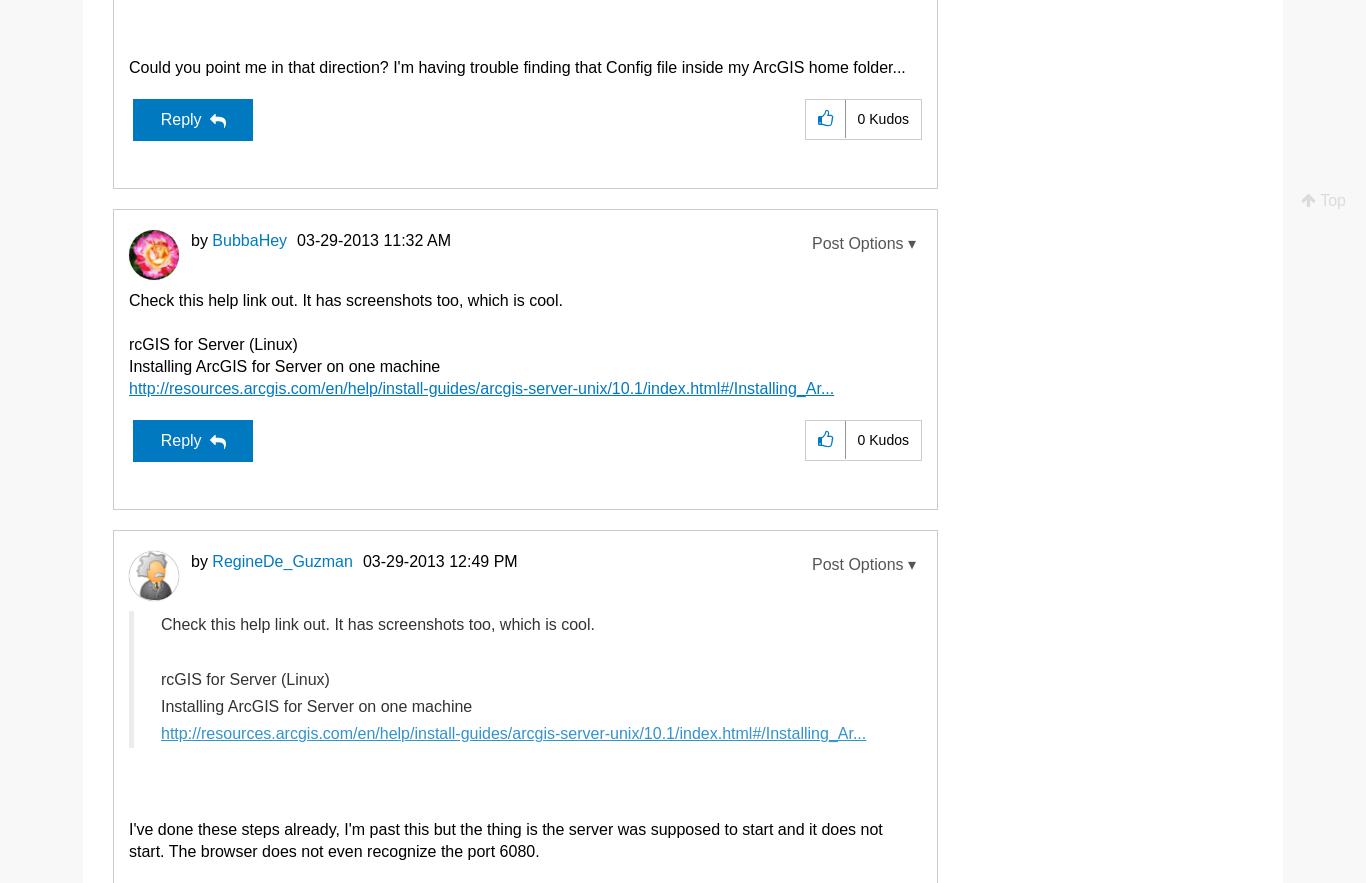 The height and width of the screenshot is (883, 1366). Describe the element at coordinates (483, 560) in the screenshot. I see `'12:49 PM'` at that location.